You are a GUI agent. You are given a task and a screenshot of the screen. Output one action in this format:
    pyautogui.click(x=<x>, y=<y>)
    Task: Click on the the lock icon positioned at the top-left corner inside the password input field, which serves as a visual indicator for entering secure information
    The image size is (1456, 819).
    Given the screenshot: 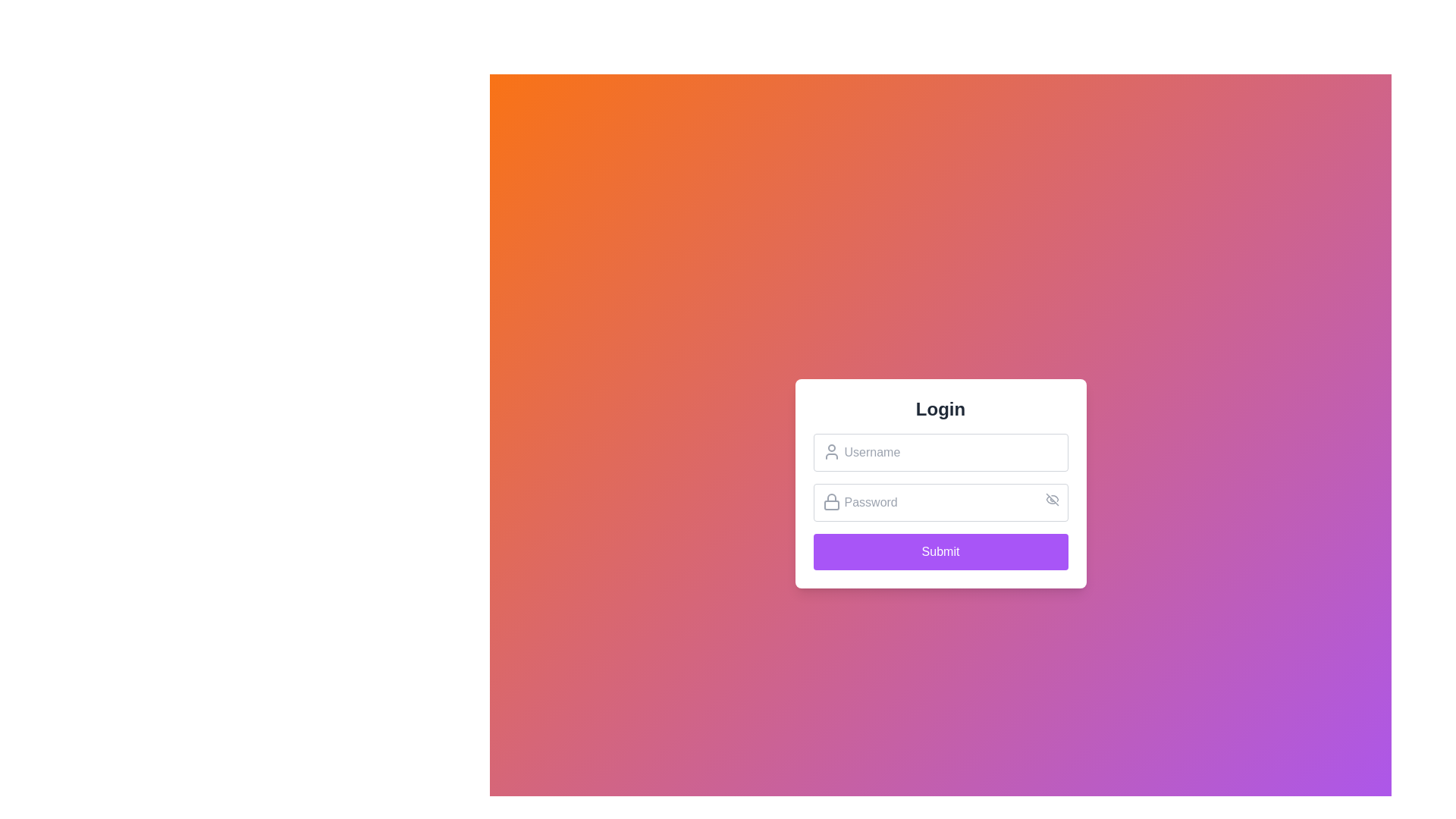 What is the action you would take?
    pyautogui.click(x=830, y=502)
    